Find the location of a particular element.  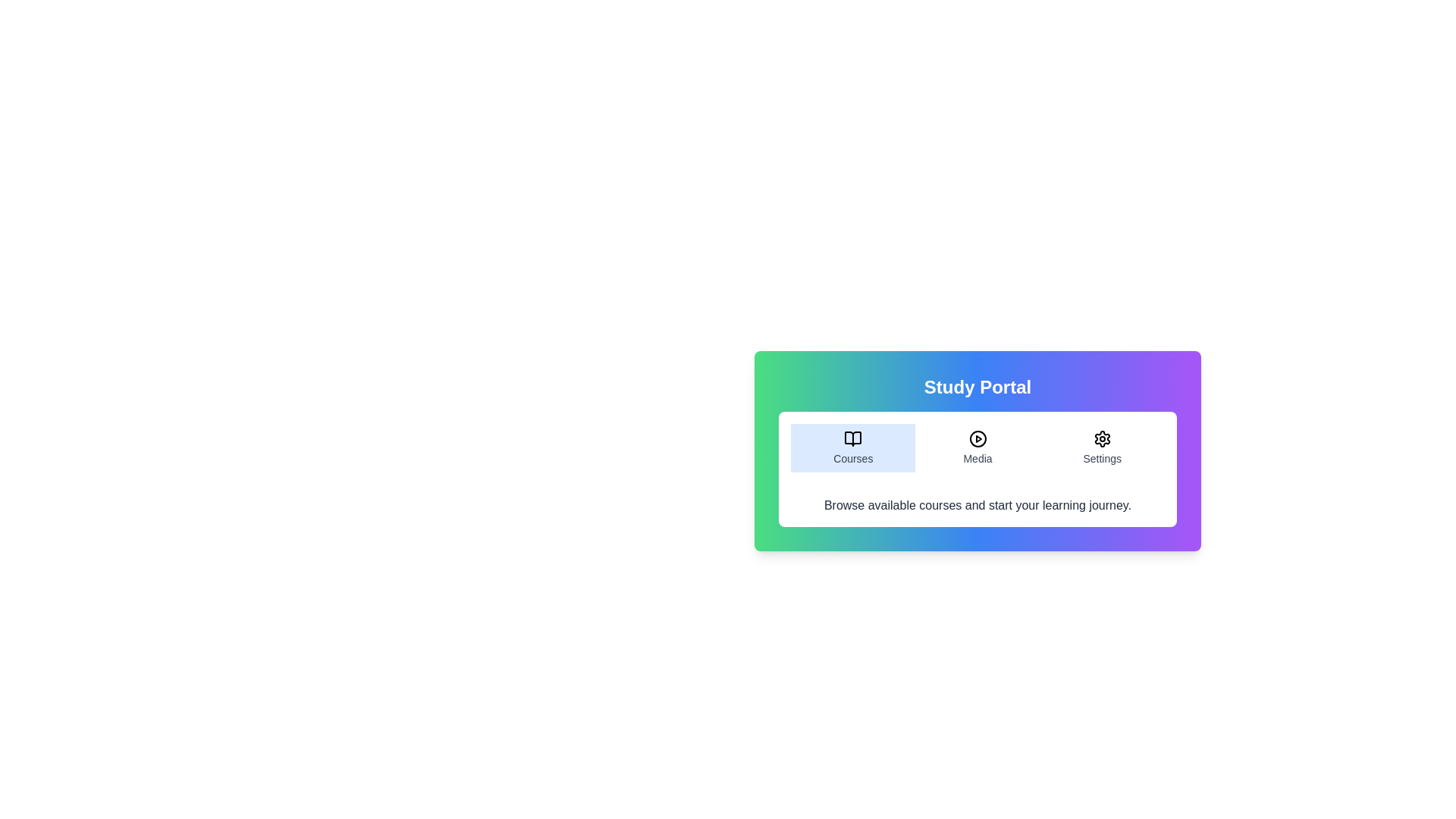

the Courses tab to read its content is located at coordinates (852, 447).